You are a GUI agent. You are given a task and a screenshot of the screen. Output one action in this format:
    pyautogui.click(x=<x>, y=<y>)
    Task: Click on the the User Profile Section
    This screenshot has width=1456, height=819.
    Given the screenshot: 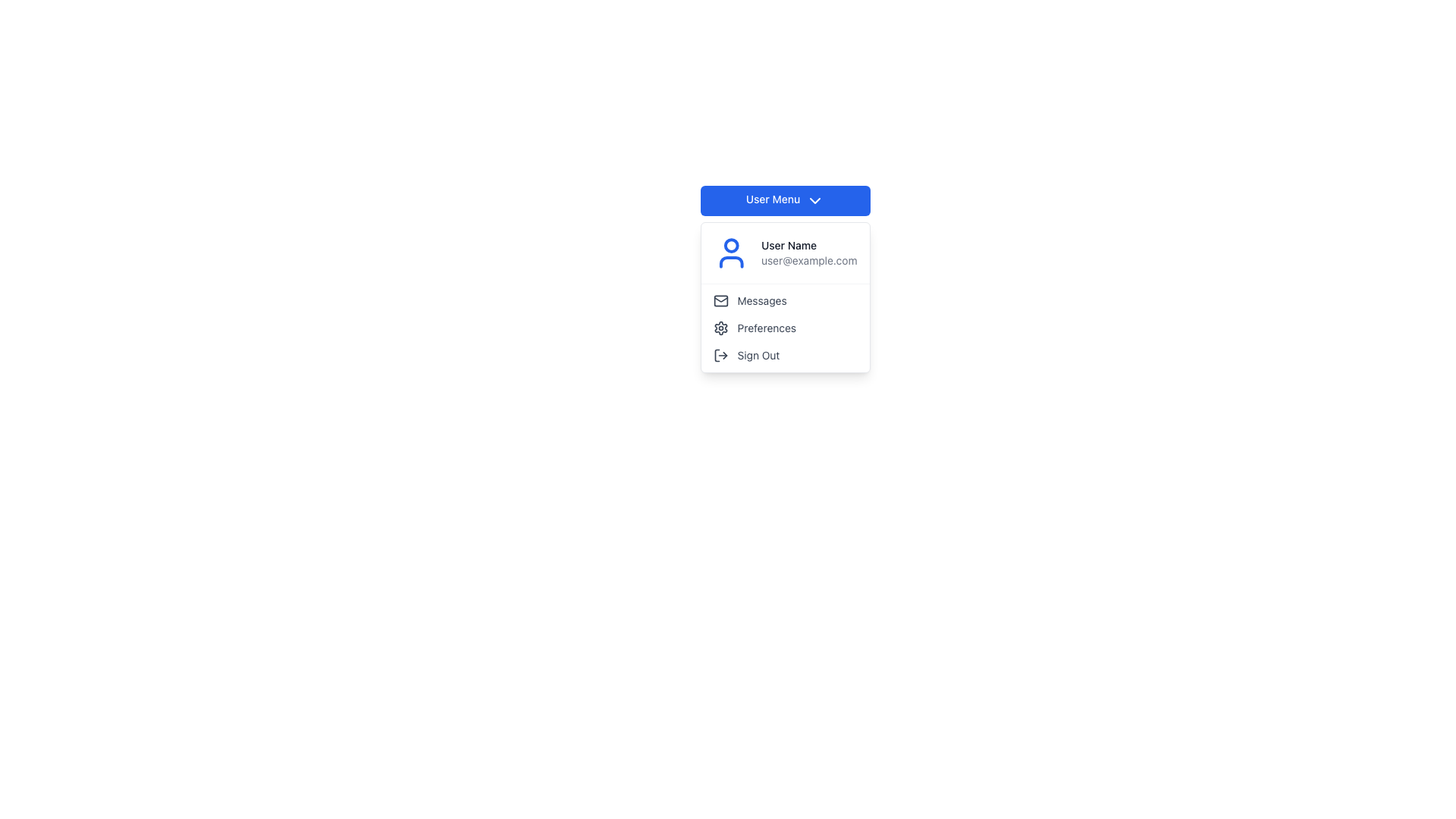 What is the action you would take?
    pyautogui.click(x=785, y=253)
    